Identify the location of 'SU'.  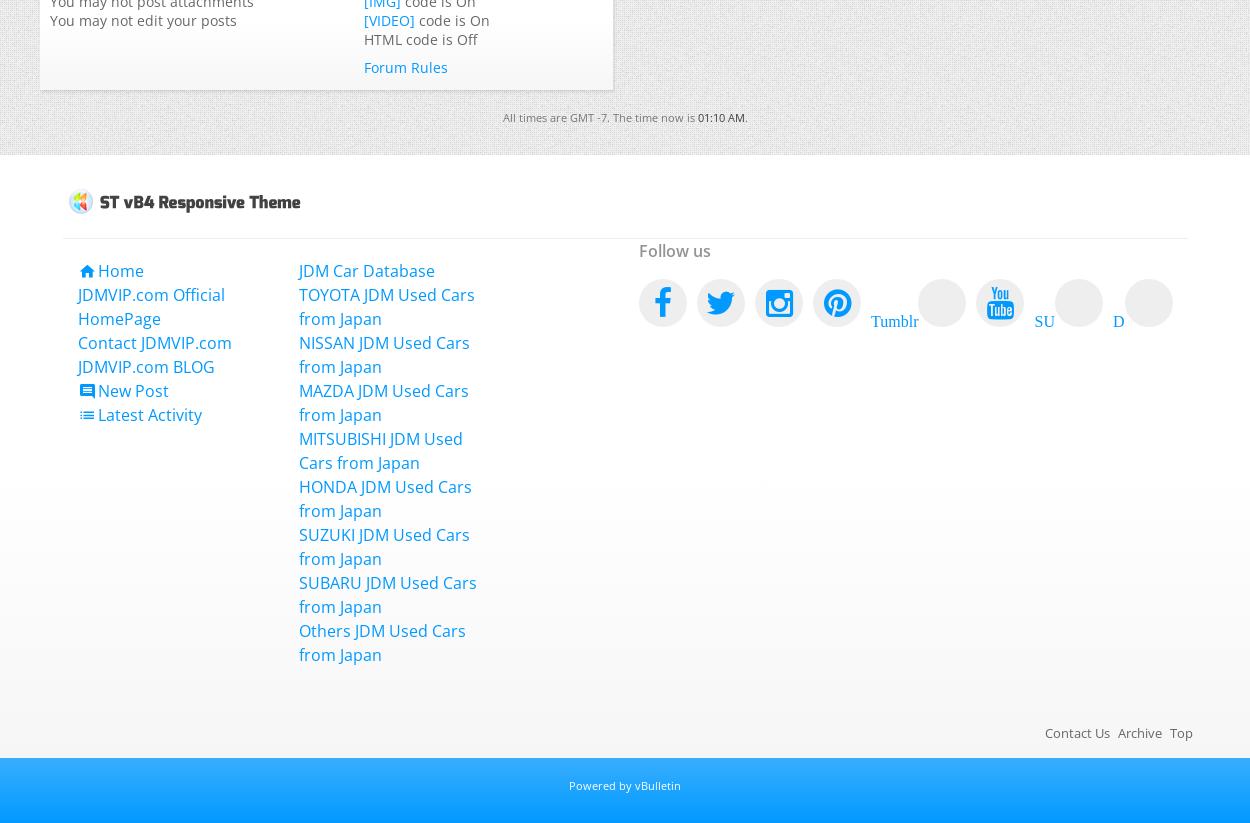
(1044, 317).